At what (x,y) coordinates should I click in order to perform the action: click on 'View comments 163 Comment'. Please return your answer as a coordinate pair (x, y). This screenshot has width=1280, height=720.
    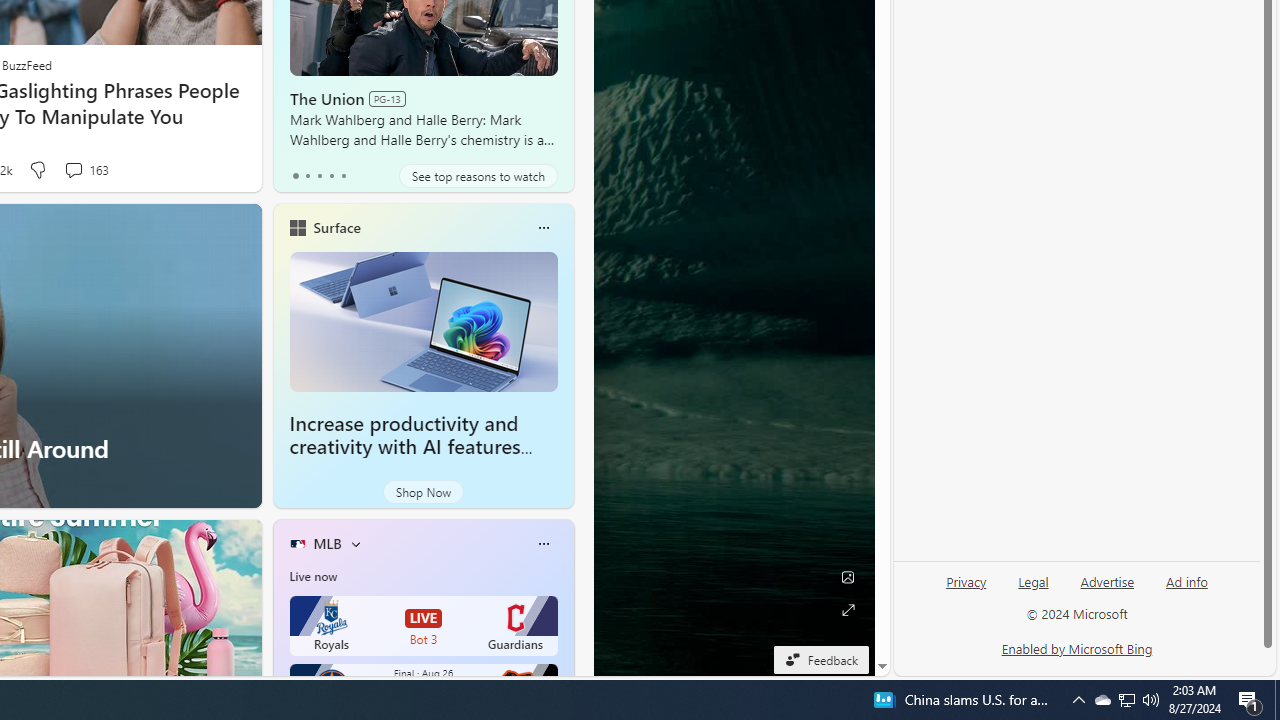
    Looking at the image, I should click on (84, 169).